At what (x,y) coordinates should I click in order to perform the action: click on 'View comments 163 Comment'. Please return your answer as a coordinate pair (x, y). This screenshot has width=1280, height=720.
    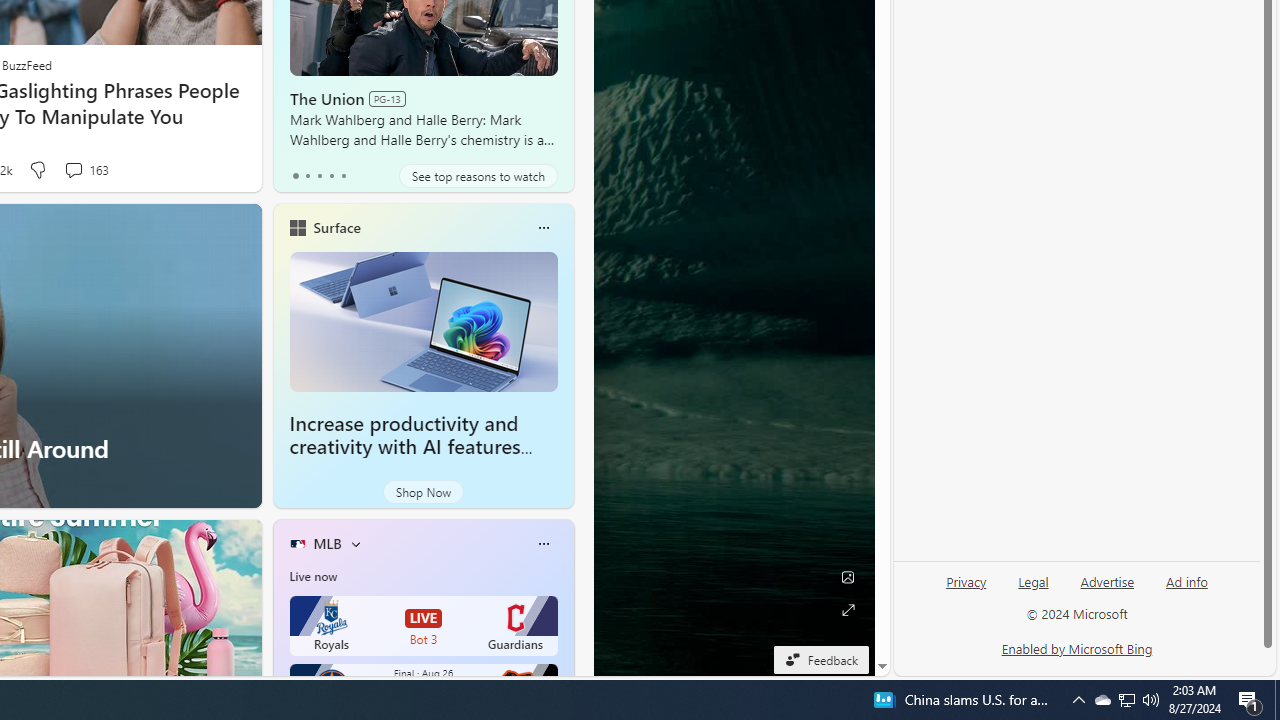
    Looking at the image, I should click on (84, 169).